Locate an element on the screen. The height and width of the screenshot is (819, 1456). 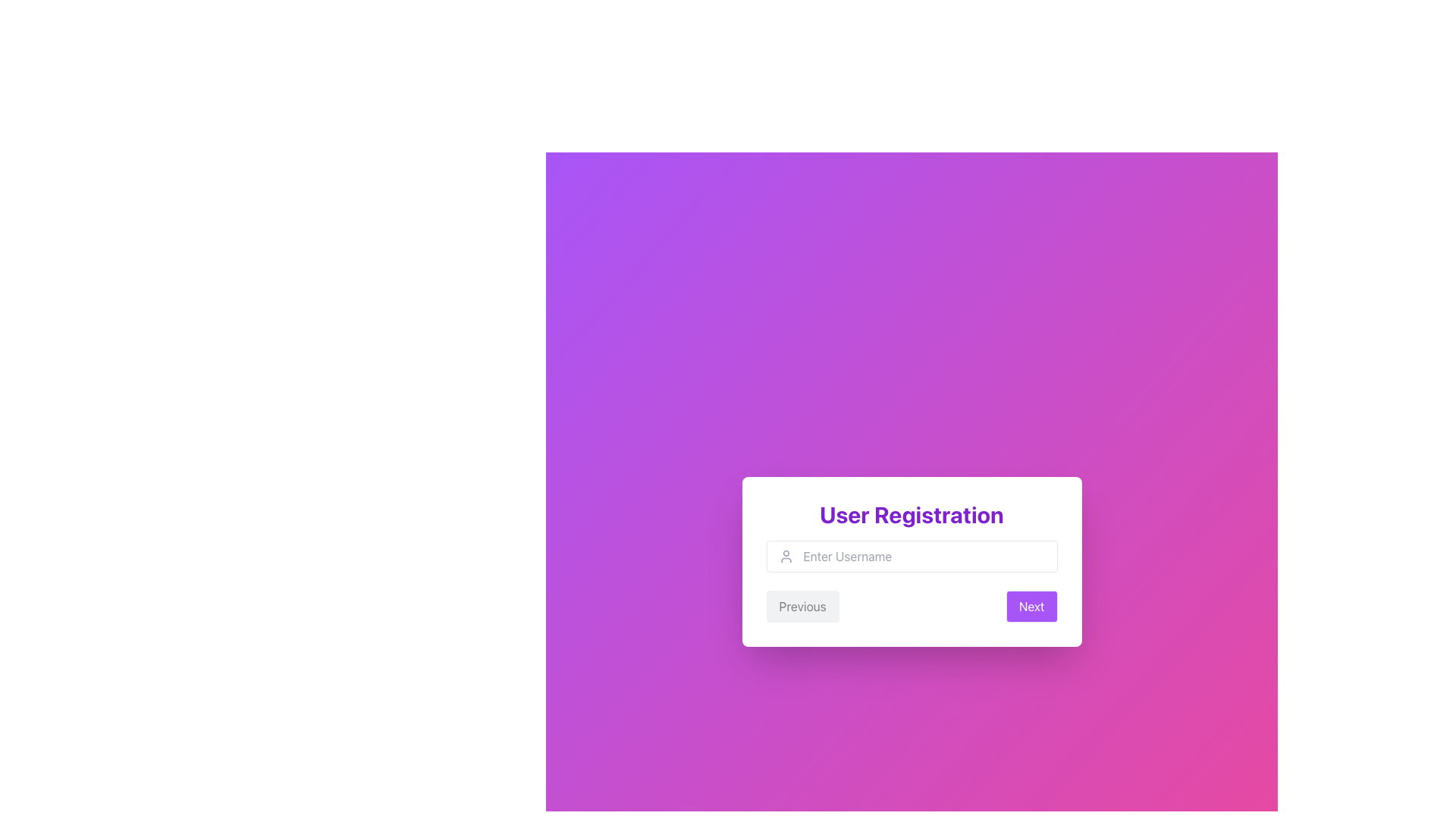
the user icon located to the left inside the 'username' text input field, which enhances the user interface for login context is located at coordinates (786, 556).